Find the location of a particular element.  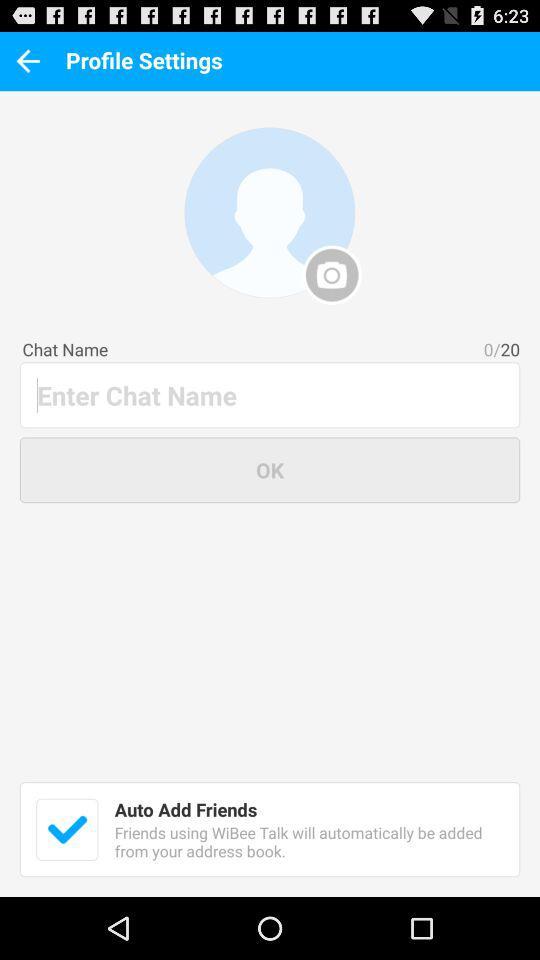

the name is located at coordinates (270, 394).